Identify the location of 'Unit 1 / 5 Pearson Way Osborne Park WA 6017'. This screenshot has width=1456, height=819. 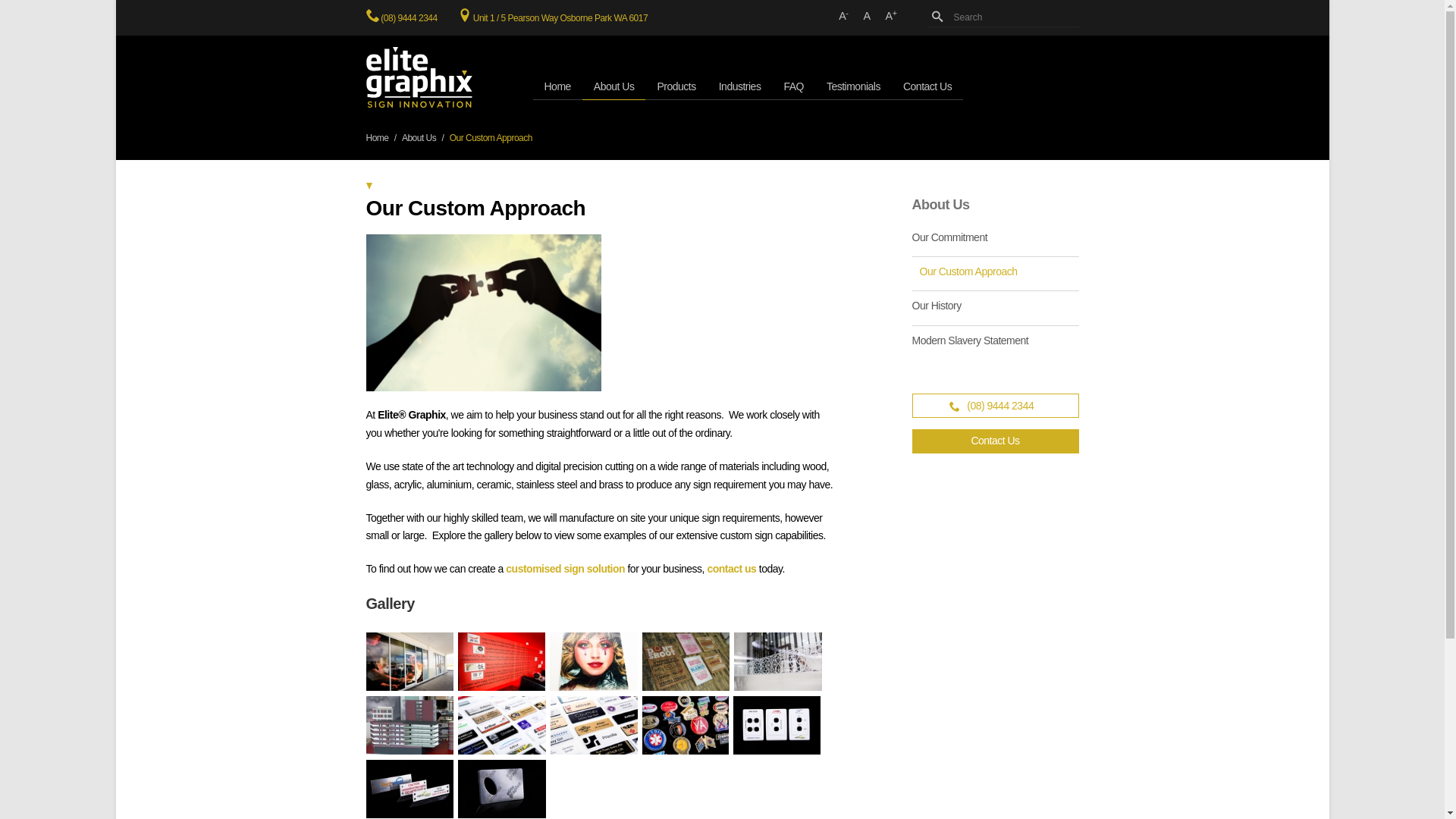
(560, 18).